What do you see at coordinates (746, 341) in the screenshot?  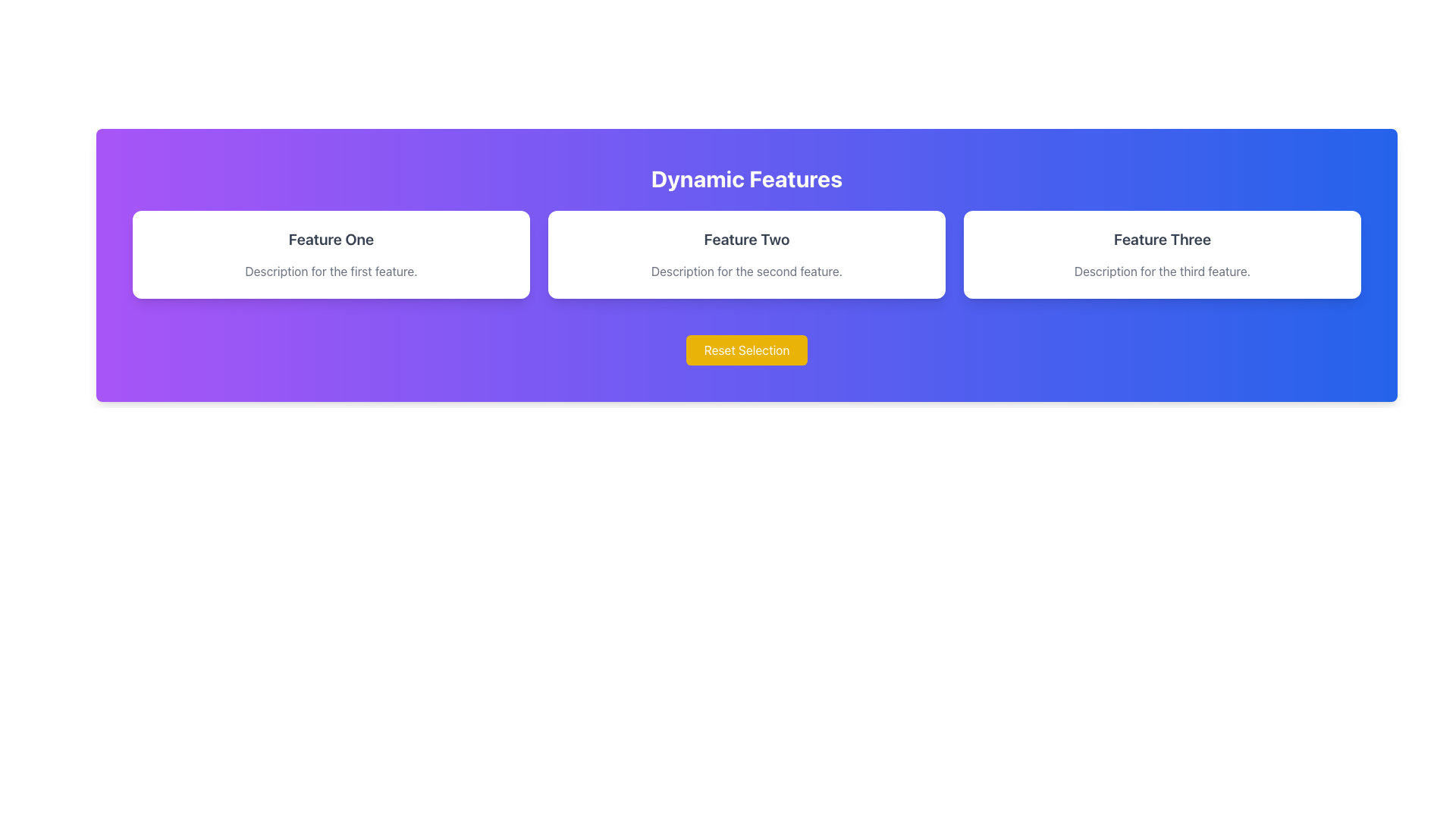 I see `the reset button located at the bottom center of the 'Dynamic Features' section to observe the hover effect` at bounding box center [746, 341].